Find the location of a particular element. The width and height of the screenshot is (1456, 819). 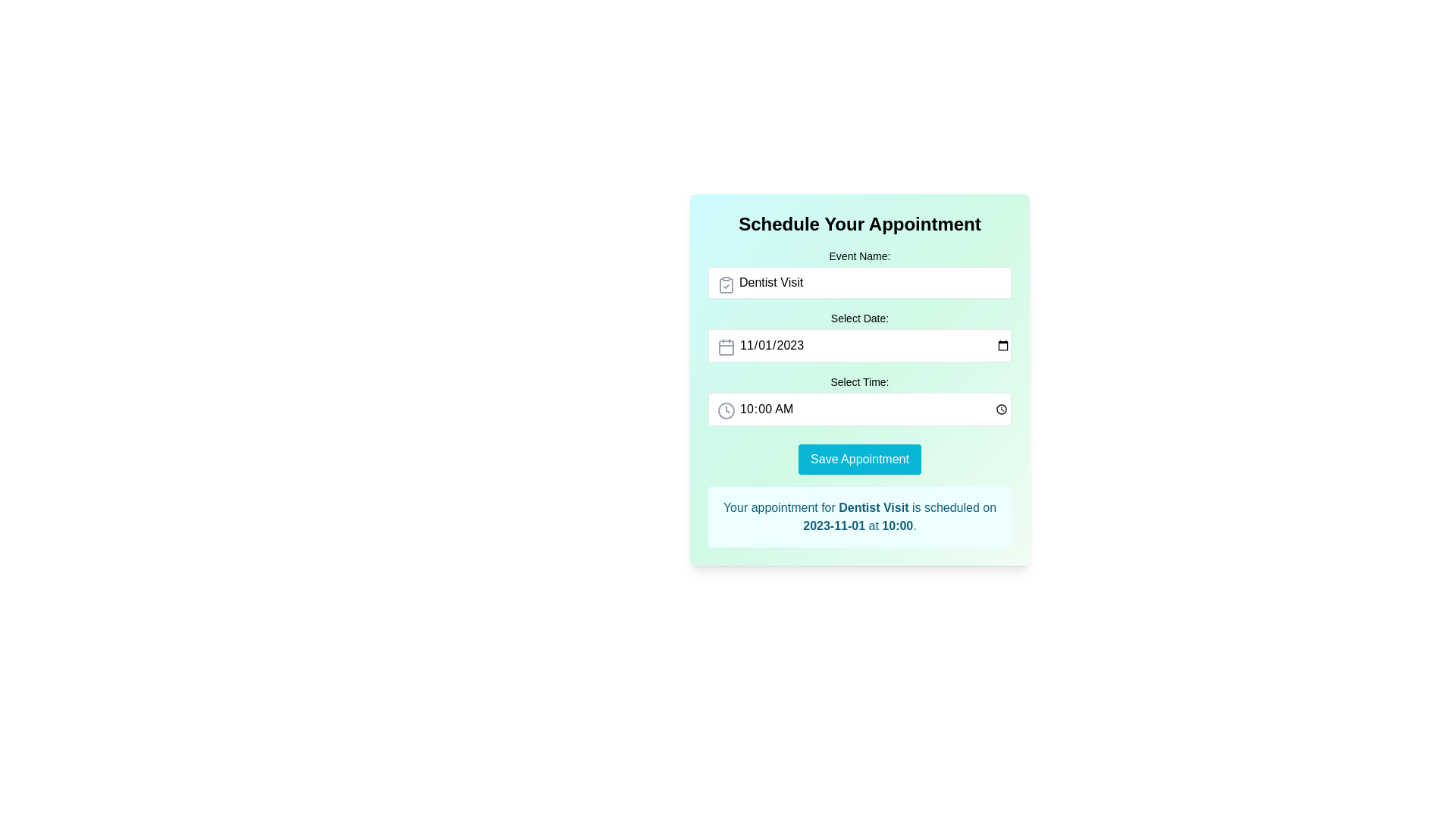

the calendar icon located in the 'Select Date:' section is located at coordinates (726, 347).